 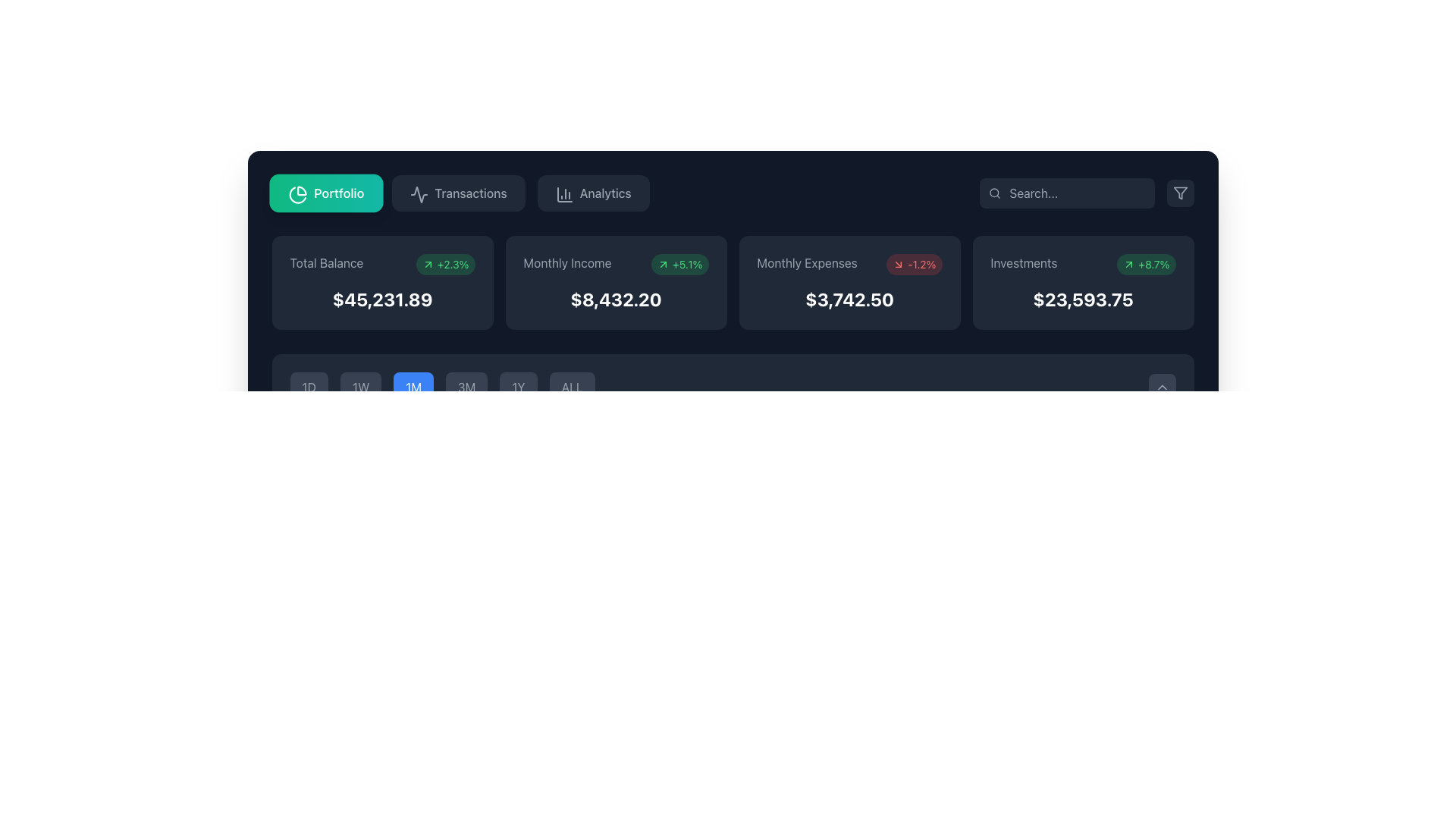 What do you see at coordinates (664, 263) in the screenshot?
I see `the appearance of the small arrow icon indicating growth, located within the green rounded rectangle that contains the text '+5.1%' in the 'Monthly Income' card` at bounding box center [664, 263].